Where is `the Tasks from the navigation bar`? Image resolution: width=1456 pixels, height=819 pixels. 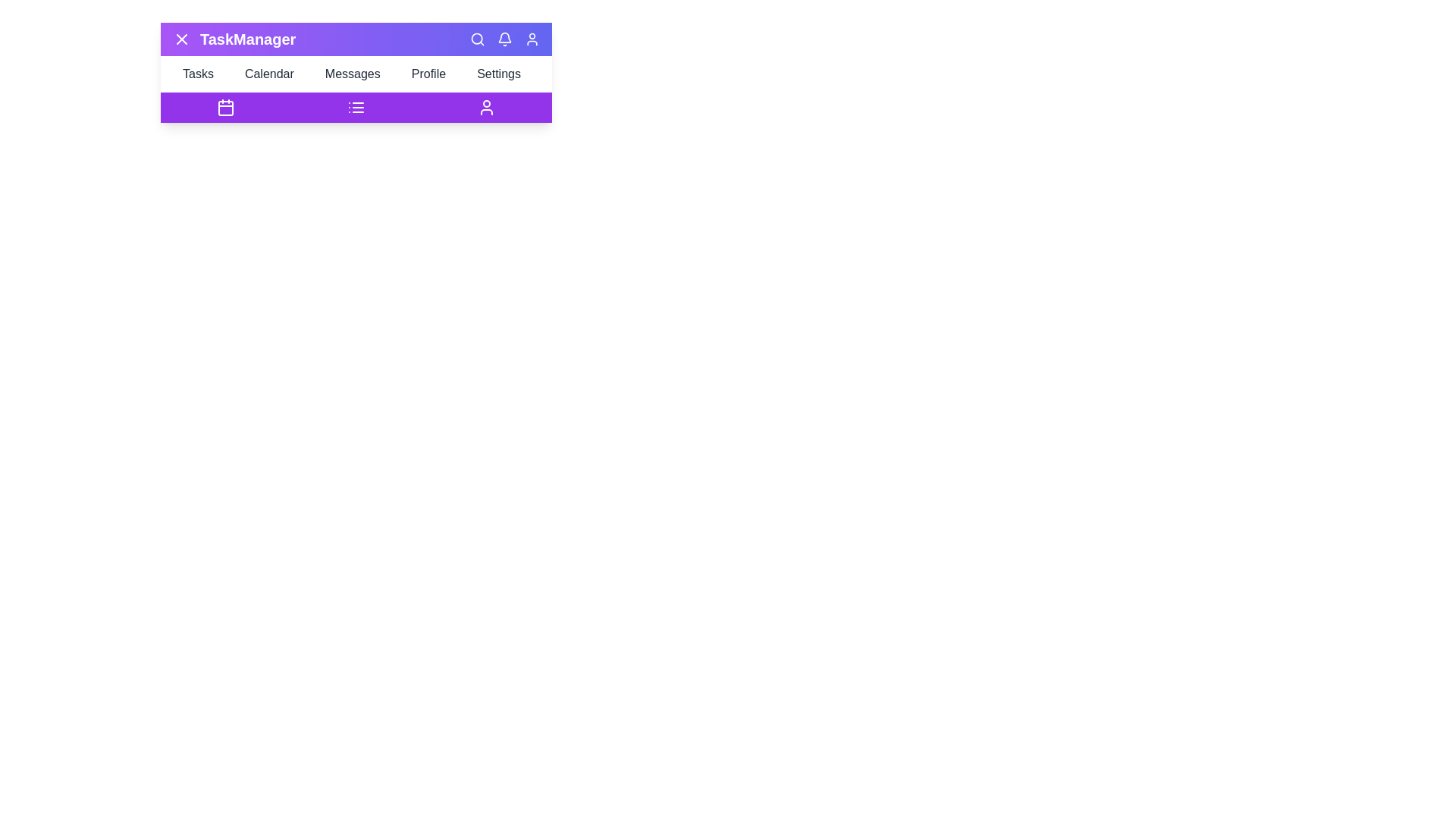
the Tasks from the navigation bar is located at coordinates (202, 74).